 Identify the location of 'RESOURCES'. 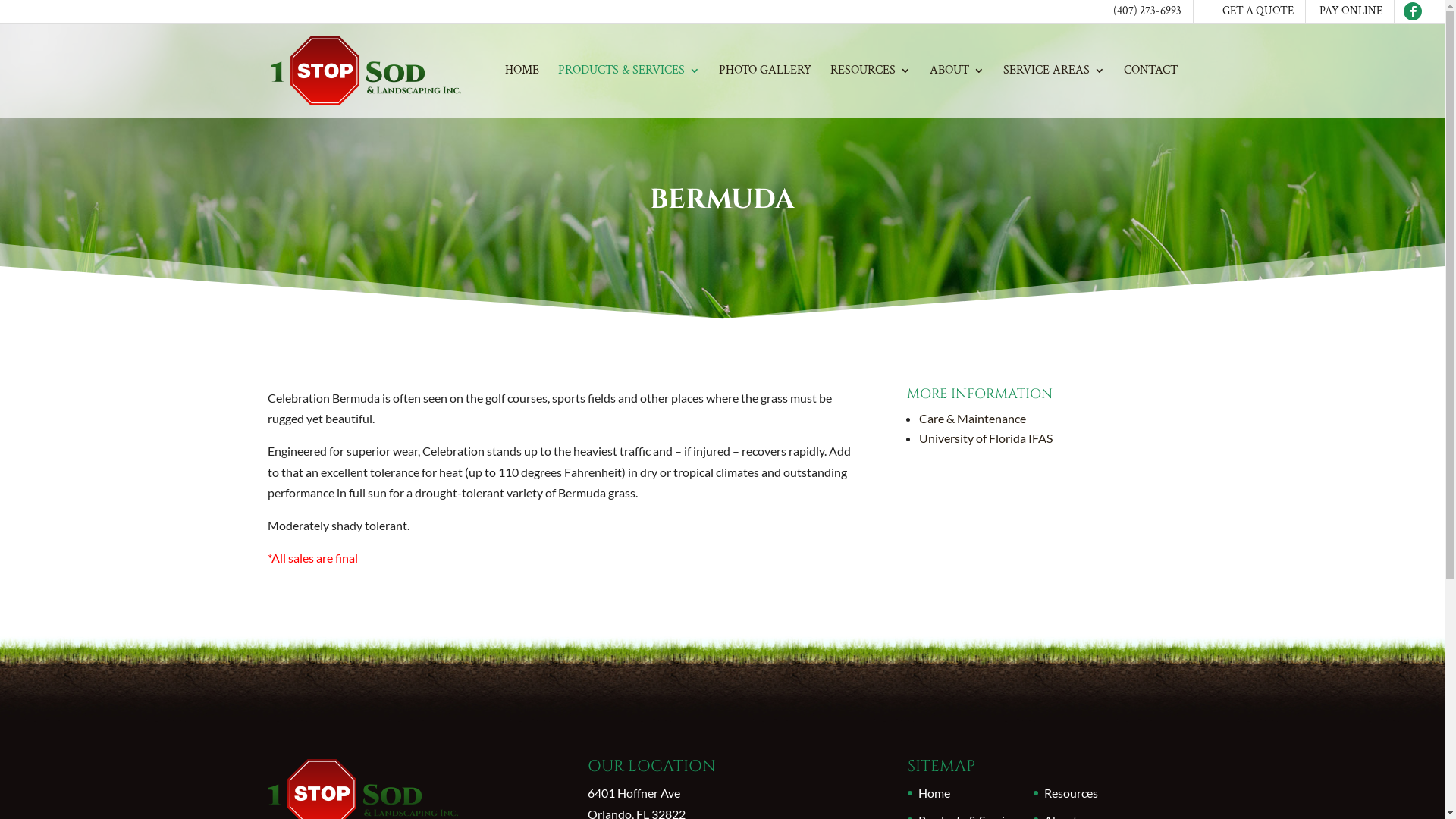
(870, 91).